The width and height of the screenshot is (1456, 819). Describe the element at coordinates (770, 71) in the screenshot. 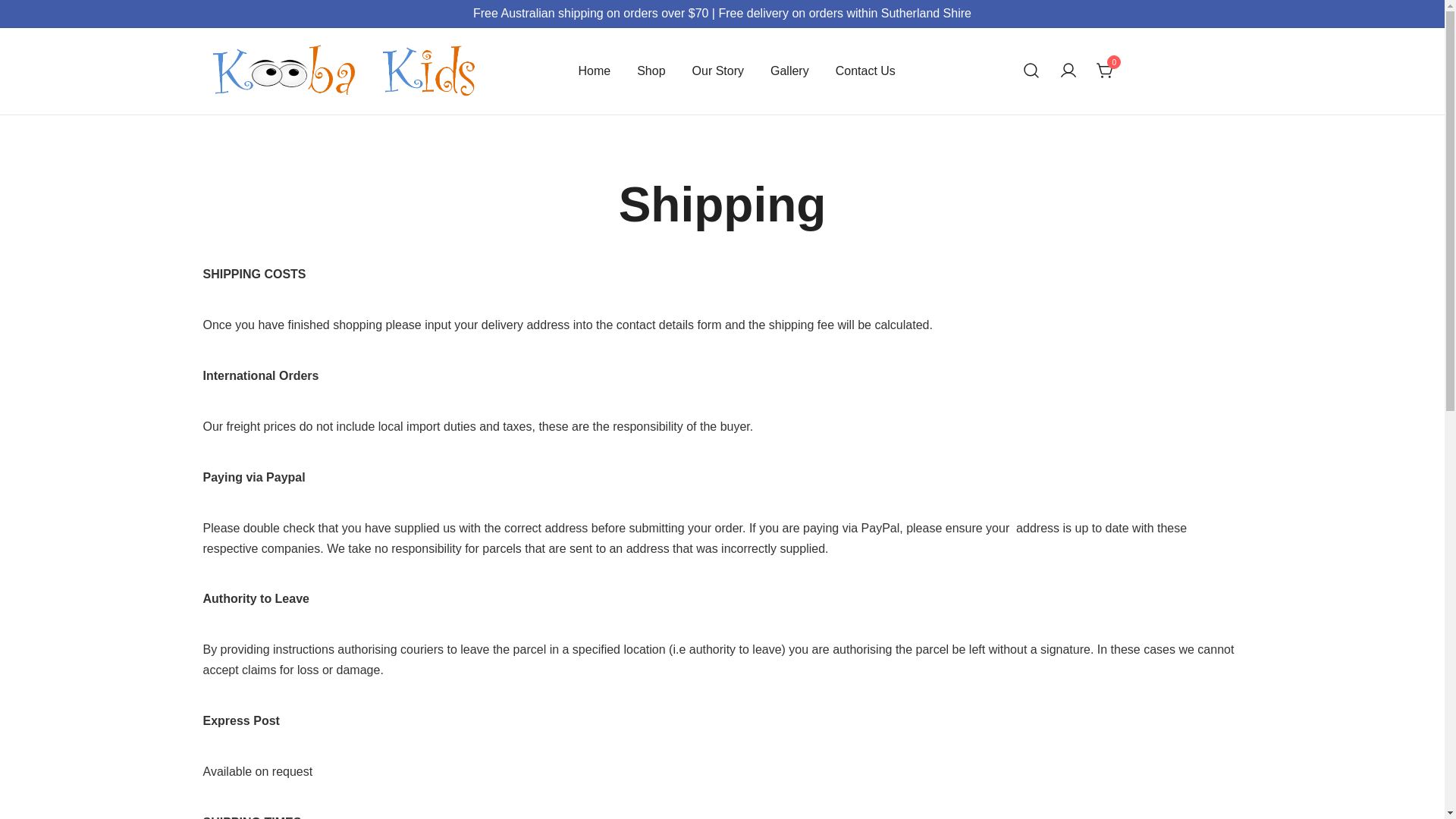

I see `'Gallery'` at that location.